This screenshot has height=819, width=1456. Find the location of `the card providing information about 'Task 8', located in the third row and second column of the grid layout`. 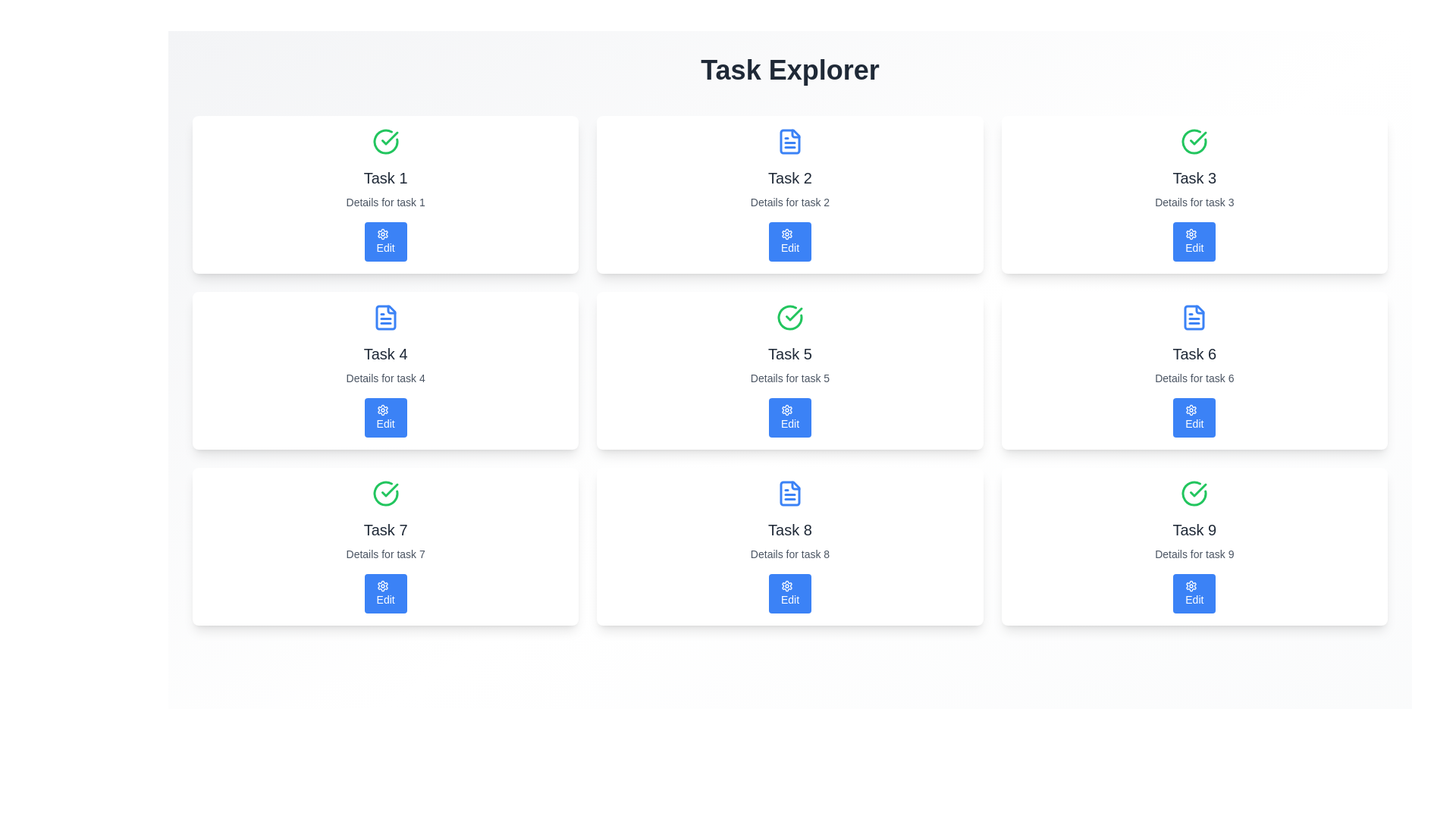

the card providing information about 'Task 8', located in the third row and second column of the grid layout is located at coordinates (789, 547).